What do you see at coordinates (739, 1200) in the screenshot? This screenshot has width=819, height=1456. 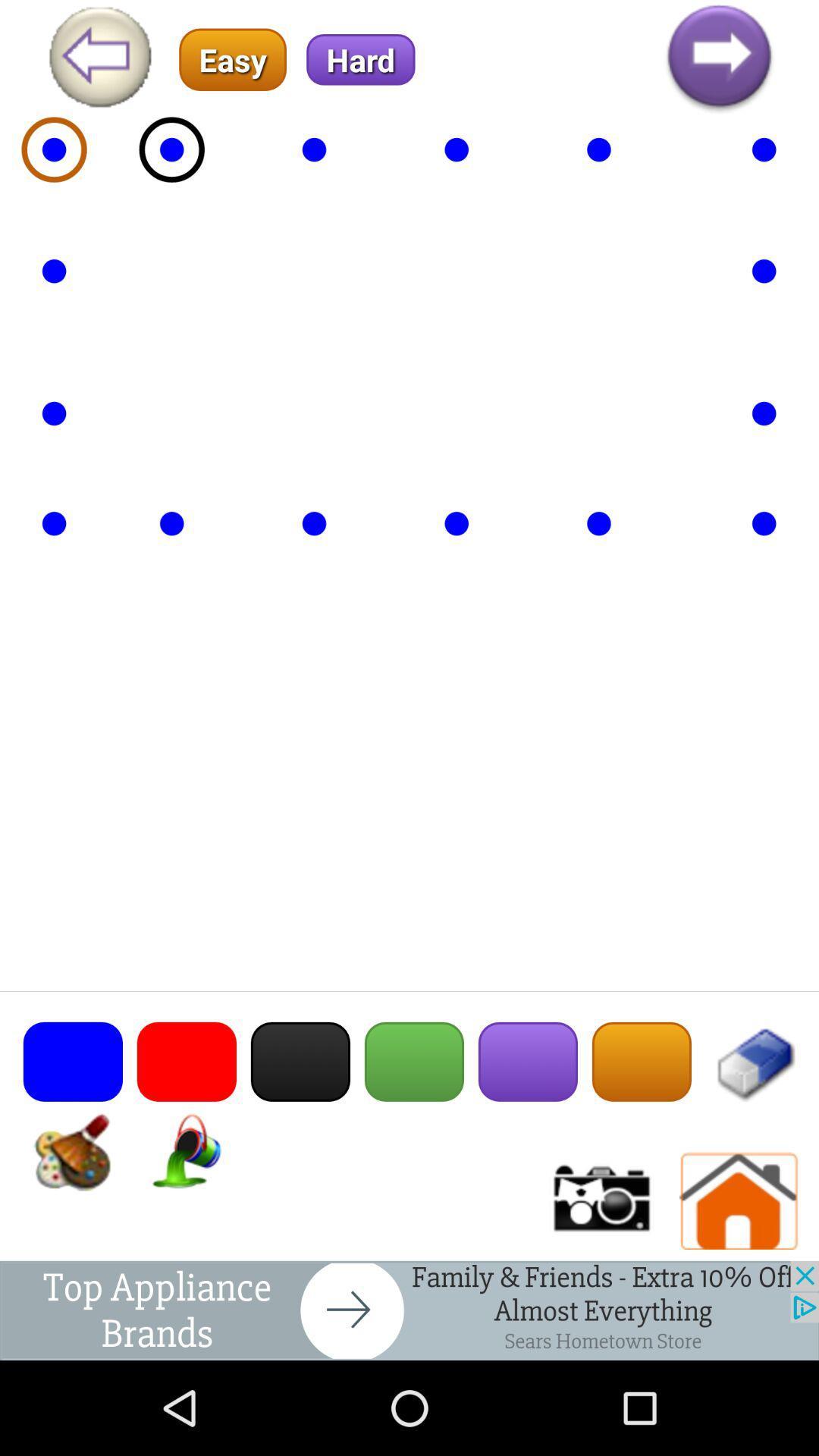 I see `homepage` at bounding box center [739, 1200].